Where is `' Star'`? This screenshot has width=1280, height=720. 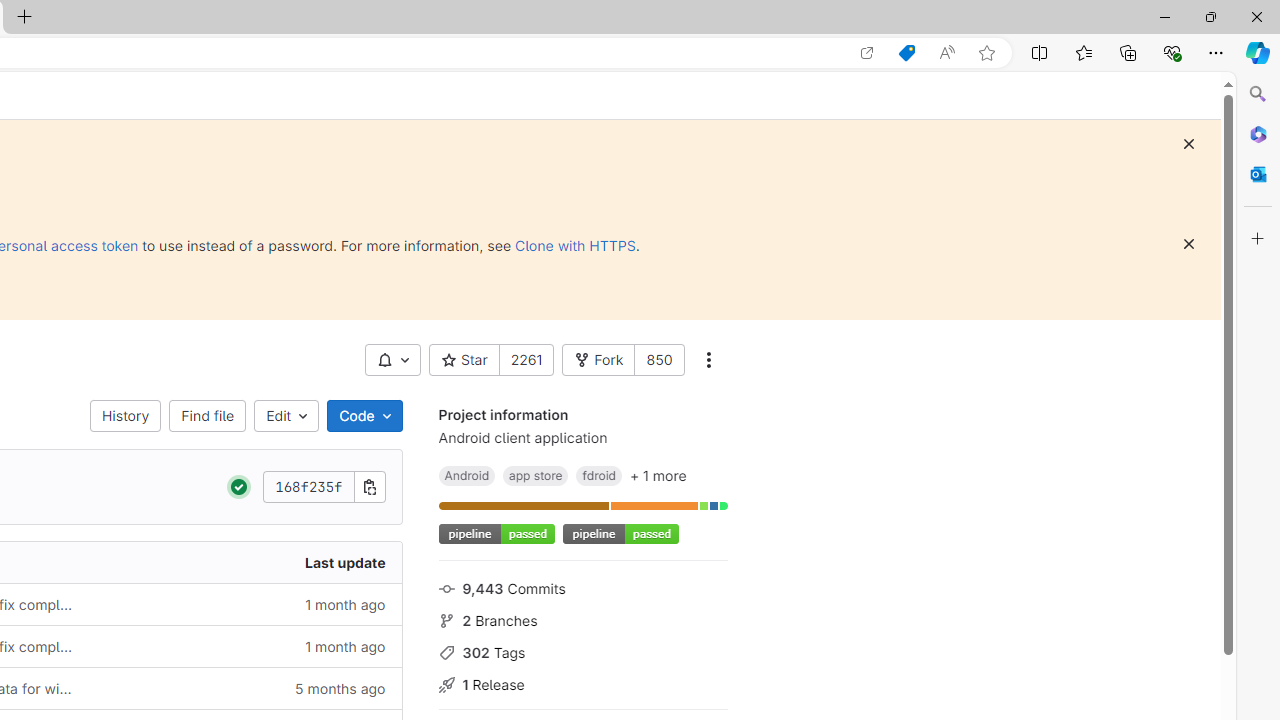 ' Star' is located at coordinates (463, 360).